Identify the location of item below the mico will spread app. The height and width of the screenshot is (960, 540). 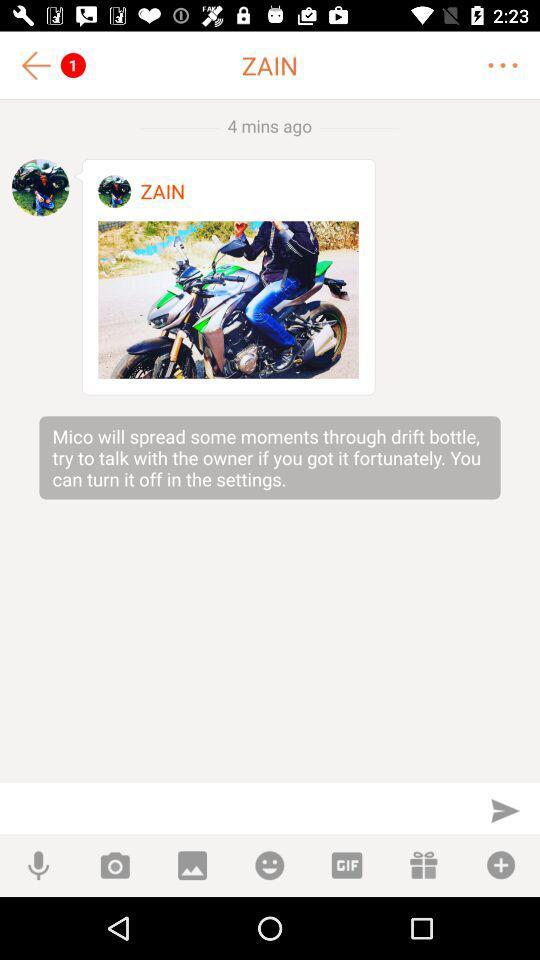
(504, 810).